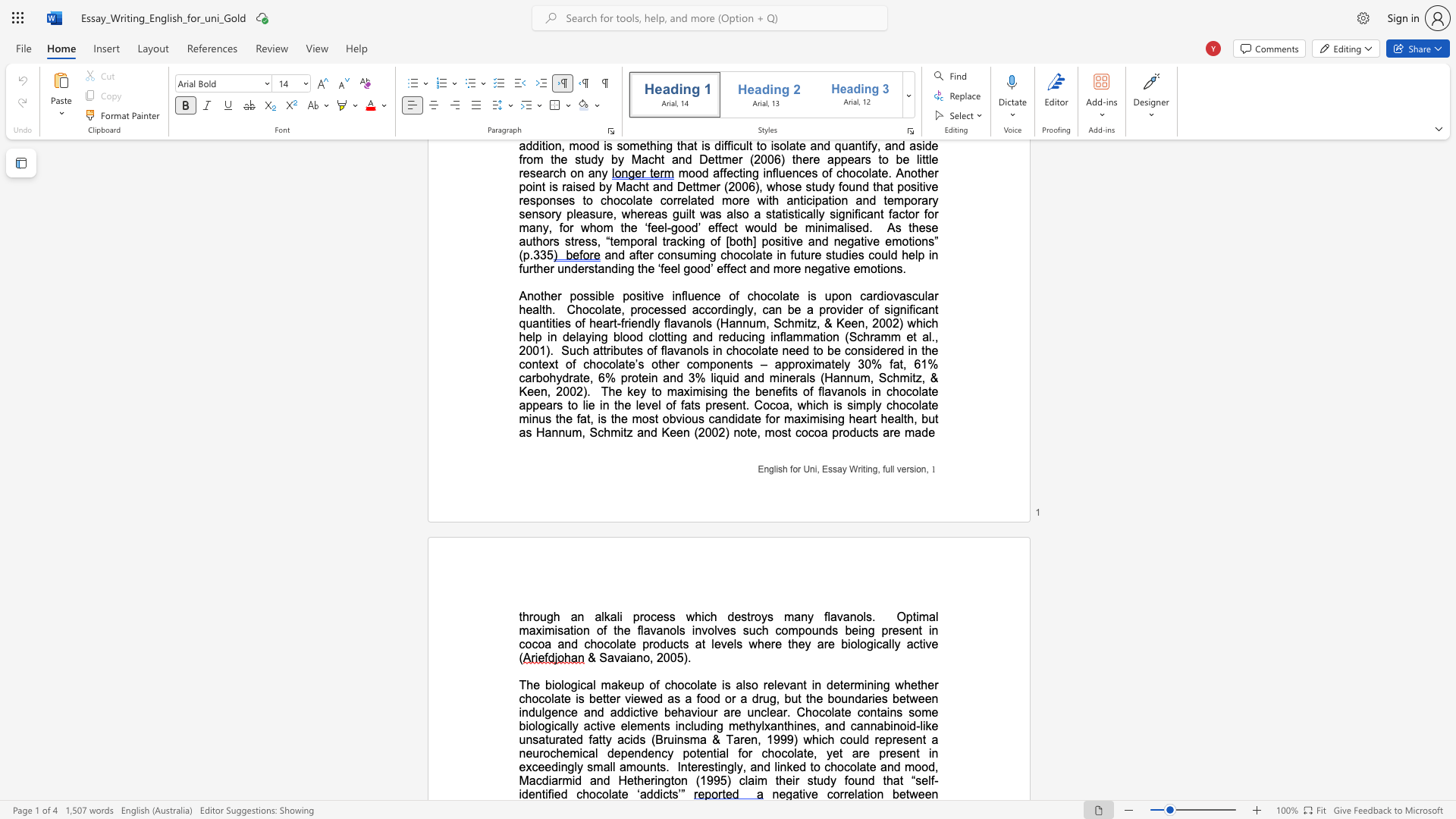 The height and width of the screenshot is (819, 1456). I want to click on the subset text "no," within the text "& Savaiano, 2005).", so click(636, 657).